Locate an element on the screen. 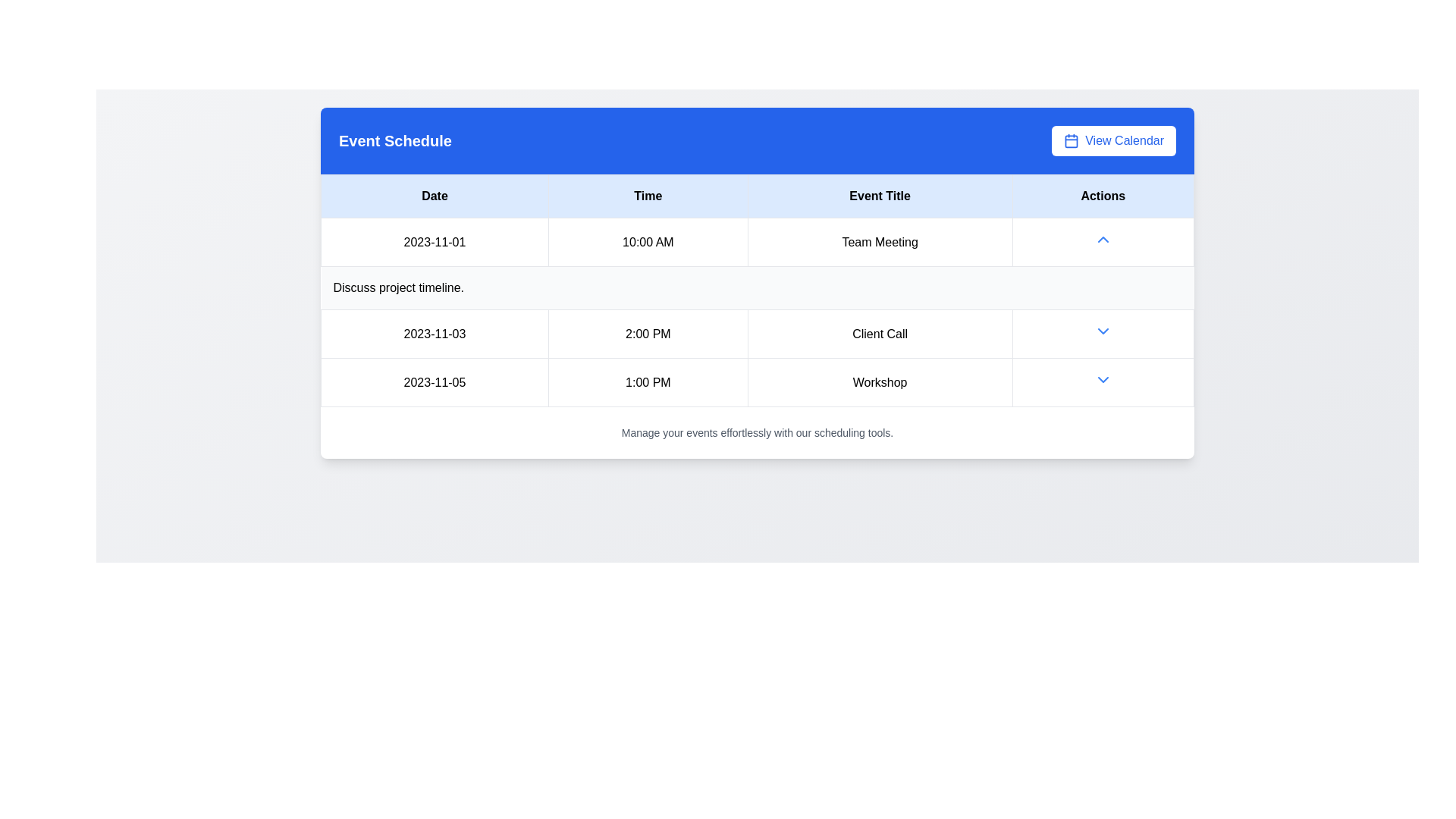 The height and width of the screenshot is (819, 1456). the text label displaying the time '10:00 AM' in the second column of the first row of the 'Event Schedule' table is located at coordinates (648, 241).